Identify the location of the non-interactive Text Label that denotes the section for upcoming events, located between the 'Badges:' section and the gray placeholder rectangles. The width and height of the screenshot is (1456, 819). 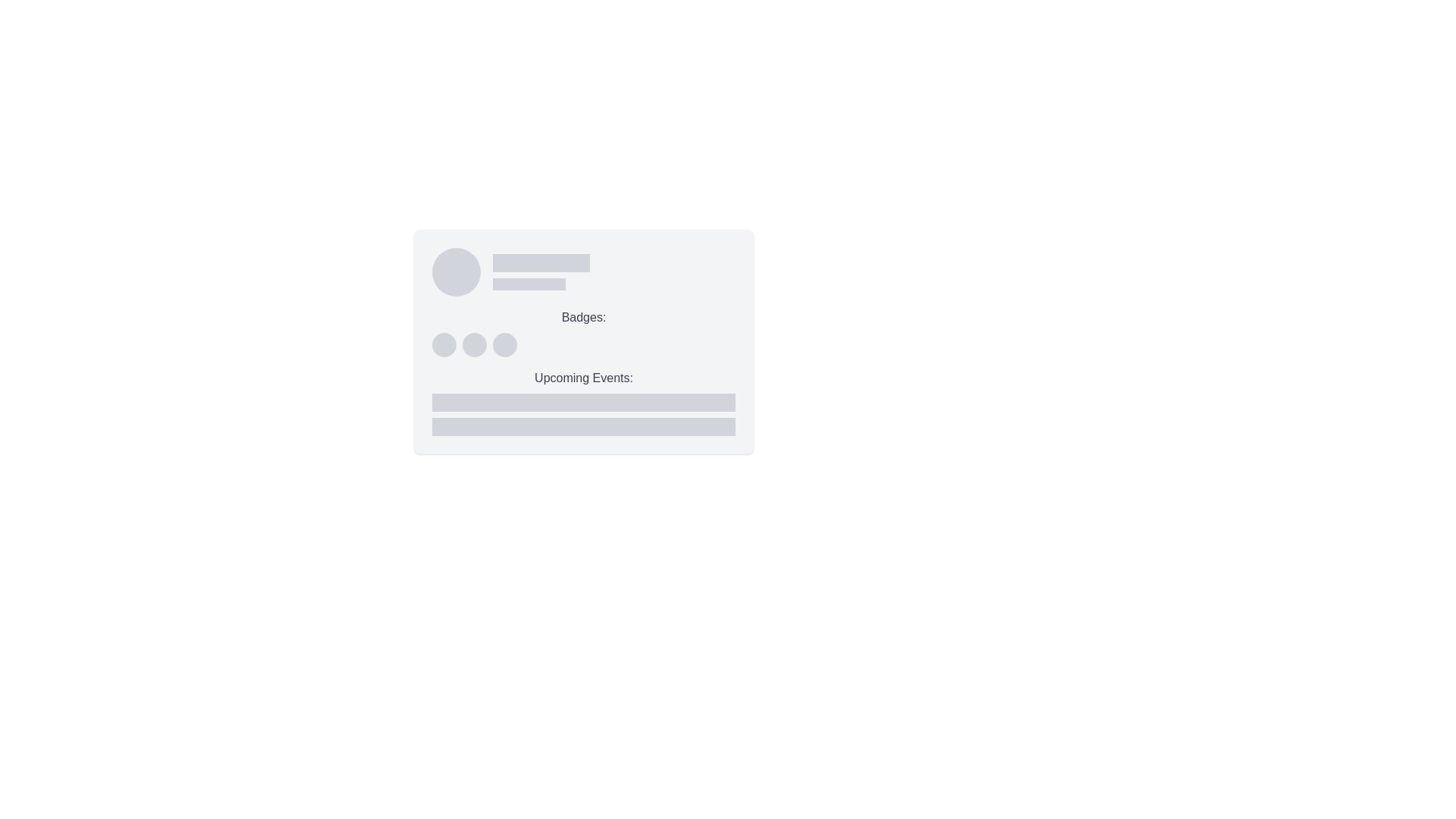
(582, 377).